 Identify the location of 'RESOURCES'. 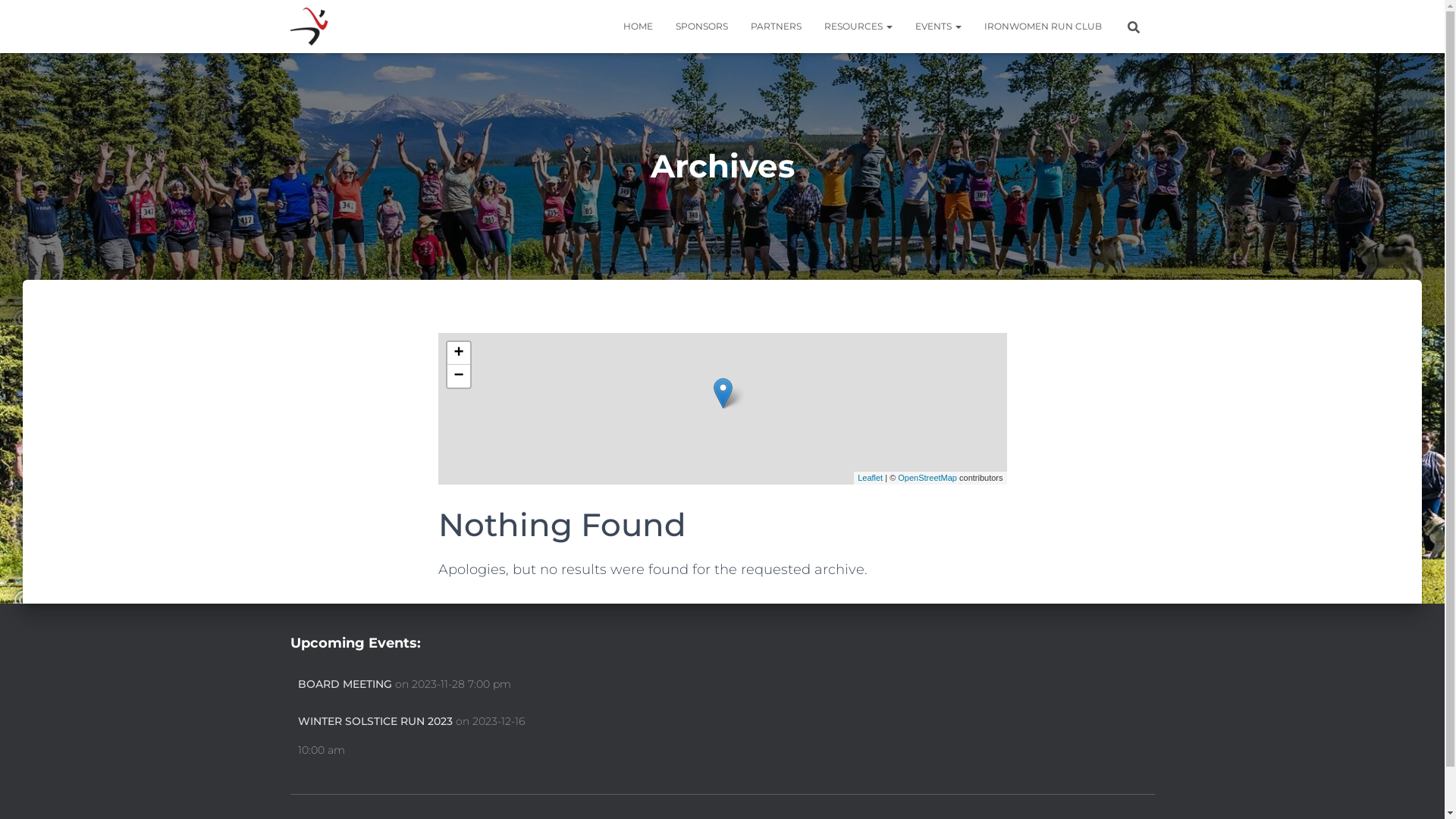
(858, 26).